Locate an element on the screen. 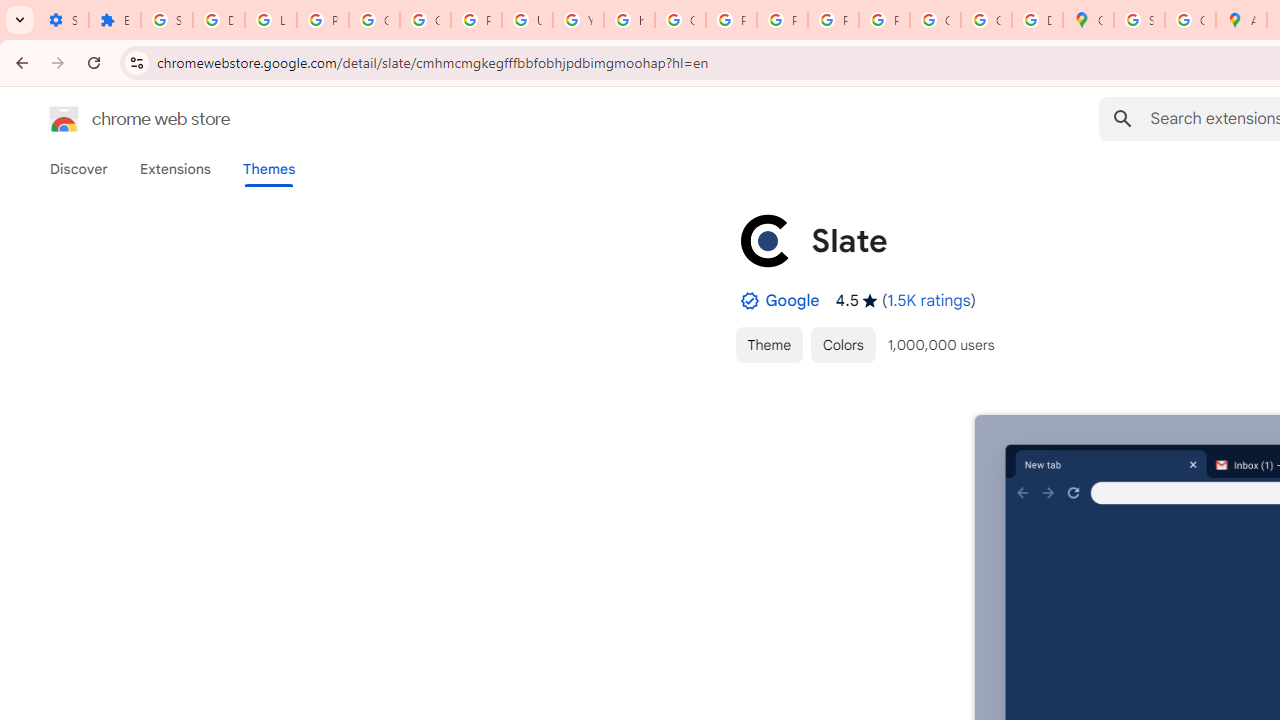 Image resolution: width=1280 pixels, height=720 pixels. 'Create your Google Account' is located at coordinates (1190, 20).